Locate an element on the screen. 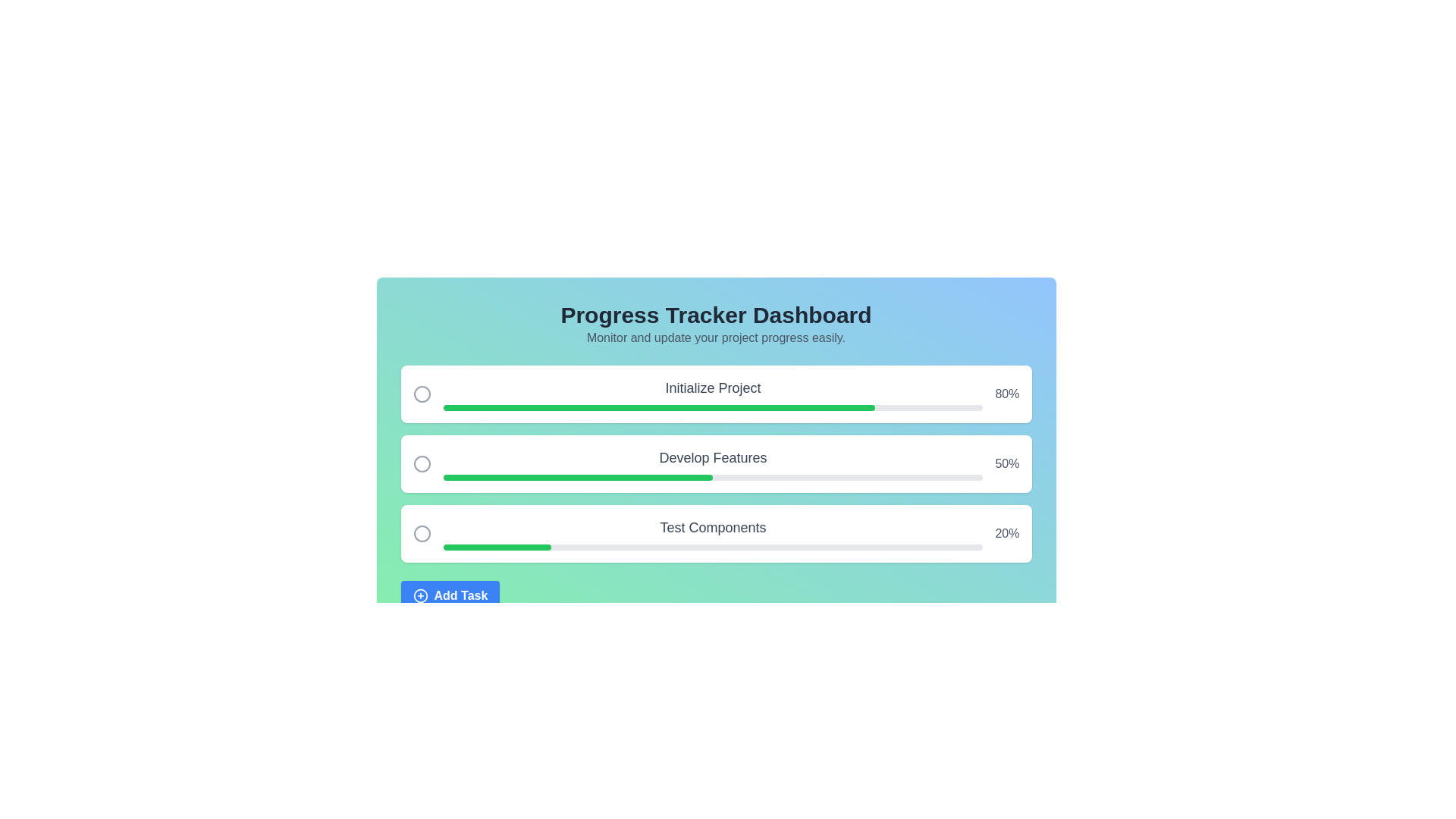 Image resolution: width=1456 pixels, height=819 pixels. the circular icon with a thin light gray outline, indicating an inactive state, located to the left of the 'Develop Features' text within the task progress card is located at coordinates (422, 463).